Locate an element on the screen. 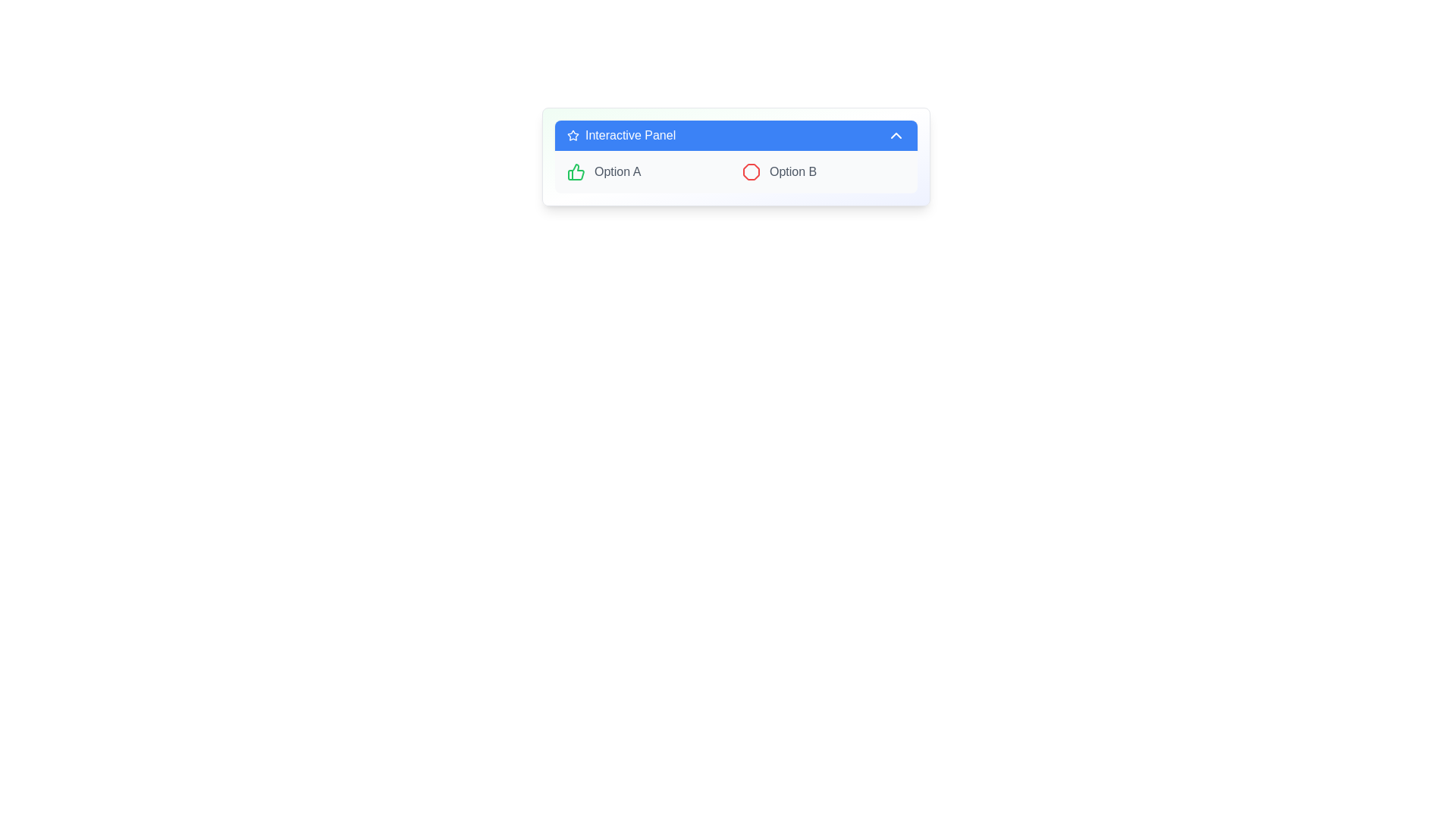  the chevron-up icon on the right side of the blue header bar labeled 'Interactive Panel' is located at coordinates (896, 134).